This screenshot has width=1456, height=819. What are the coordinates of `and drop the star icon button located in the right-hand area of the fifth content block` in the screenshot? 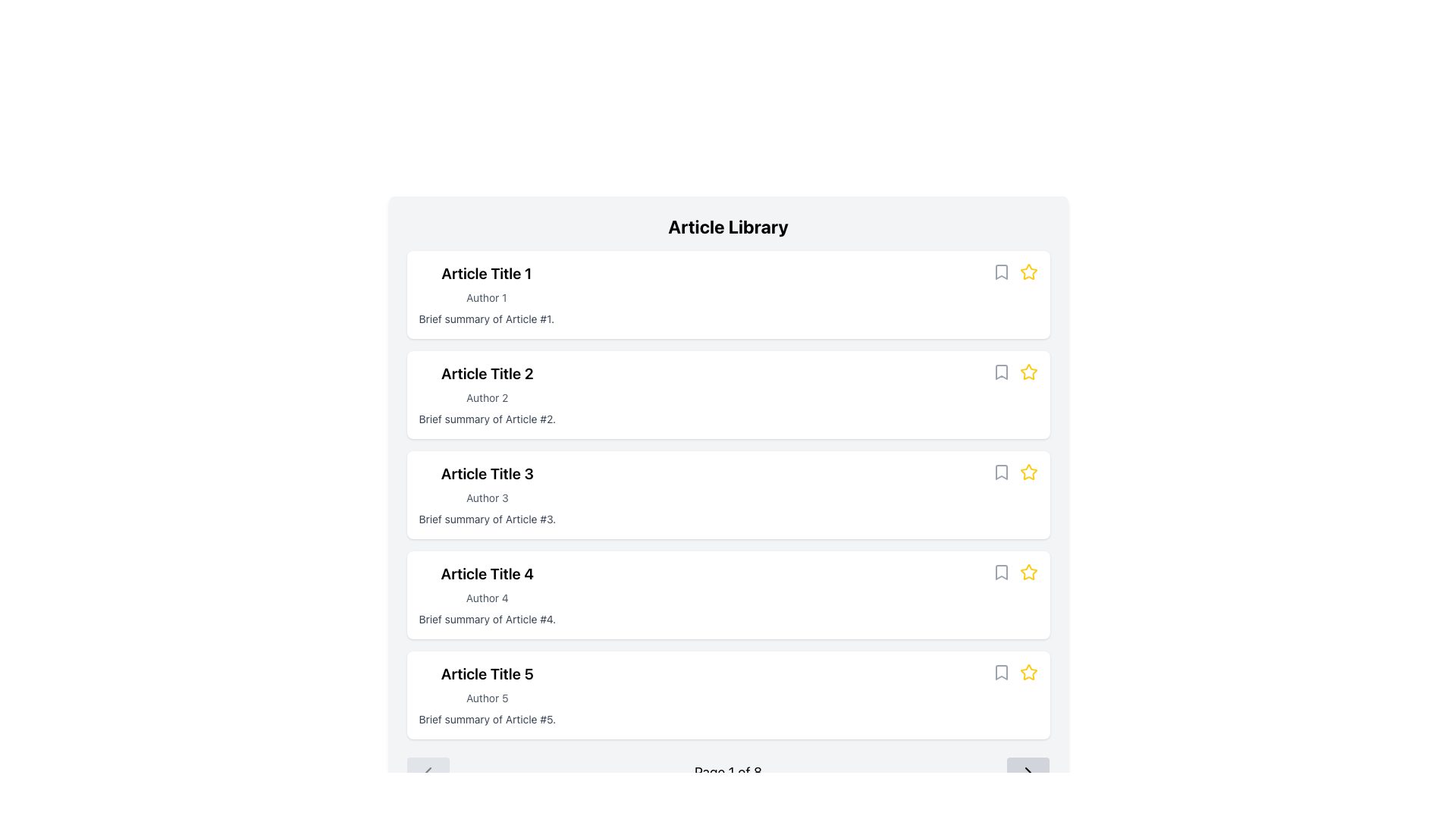 It's located at (1028, 573).